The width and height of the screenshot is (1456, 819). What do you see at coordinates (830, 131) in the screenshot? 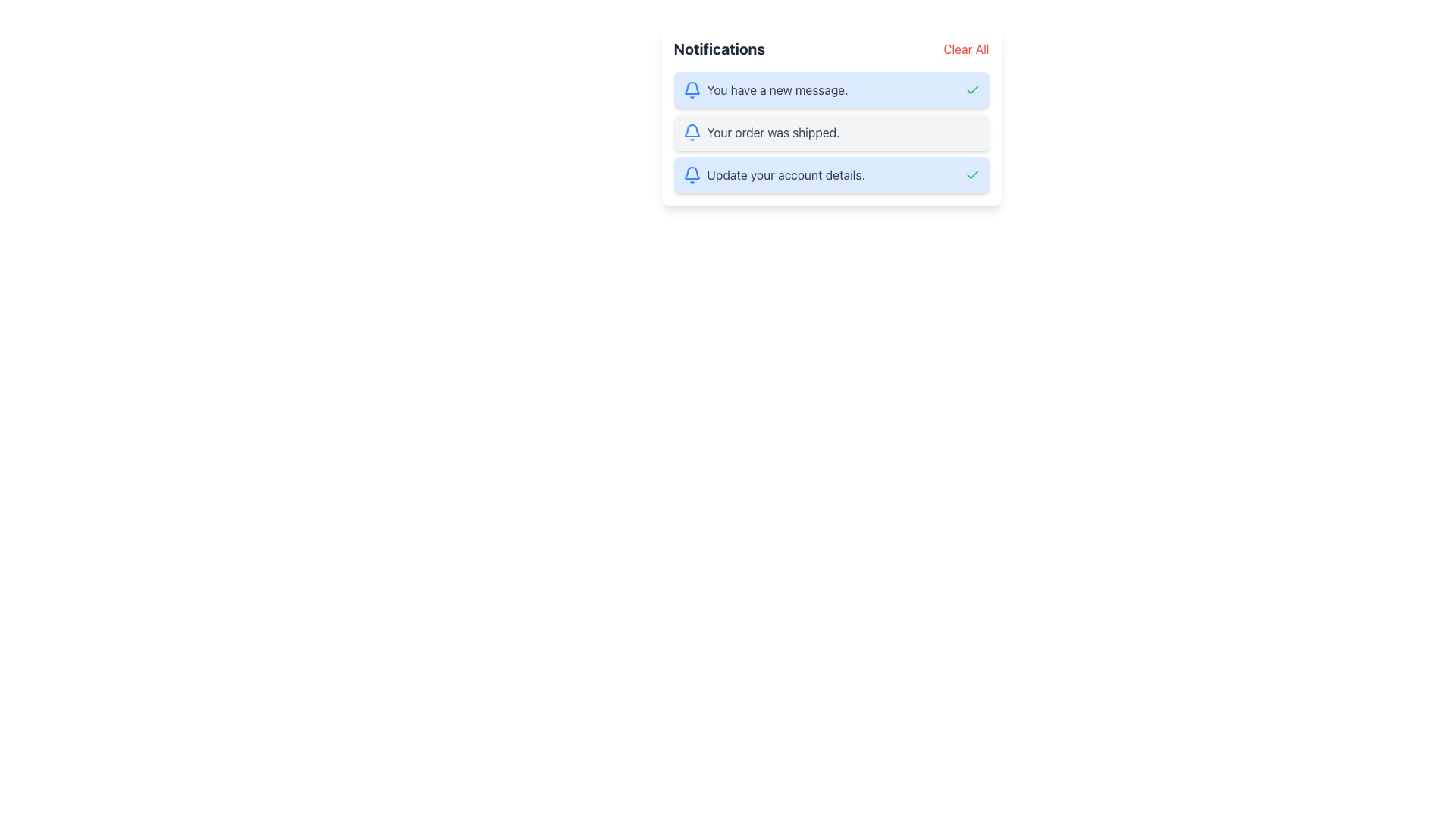
I see `the second notification in the notification card to see its details` at bounding box center [830, 131].